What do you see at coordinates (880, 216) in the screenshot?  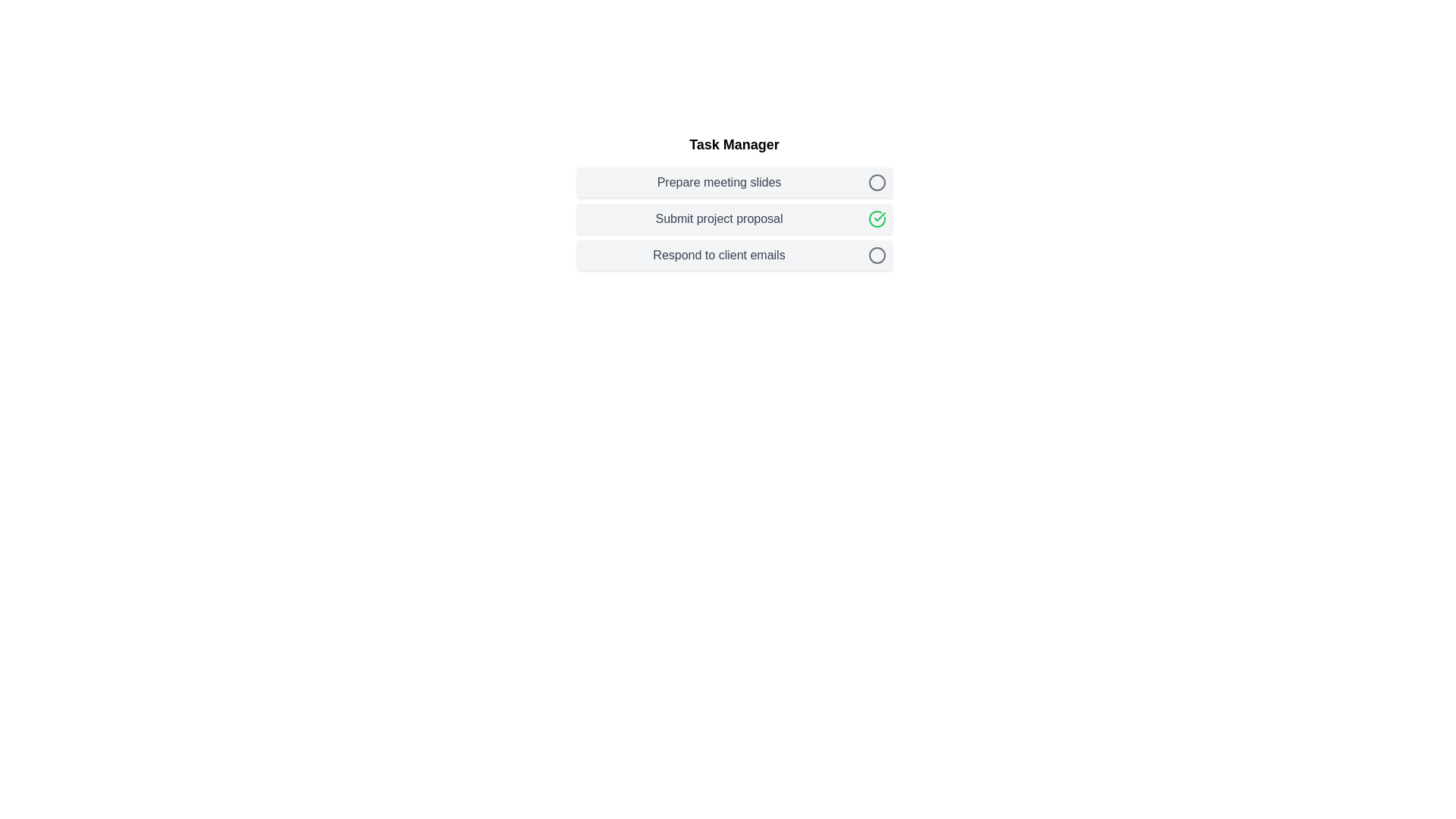 I see `the checkmark icon that indicates a completed status for the 'Submit project proposal' task in the task list` at bounding box center [880, 216].